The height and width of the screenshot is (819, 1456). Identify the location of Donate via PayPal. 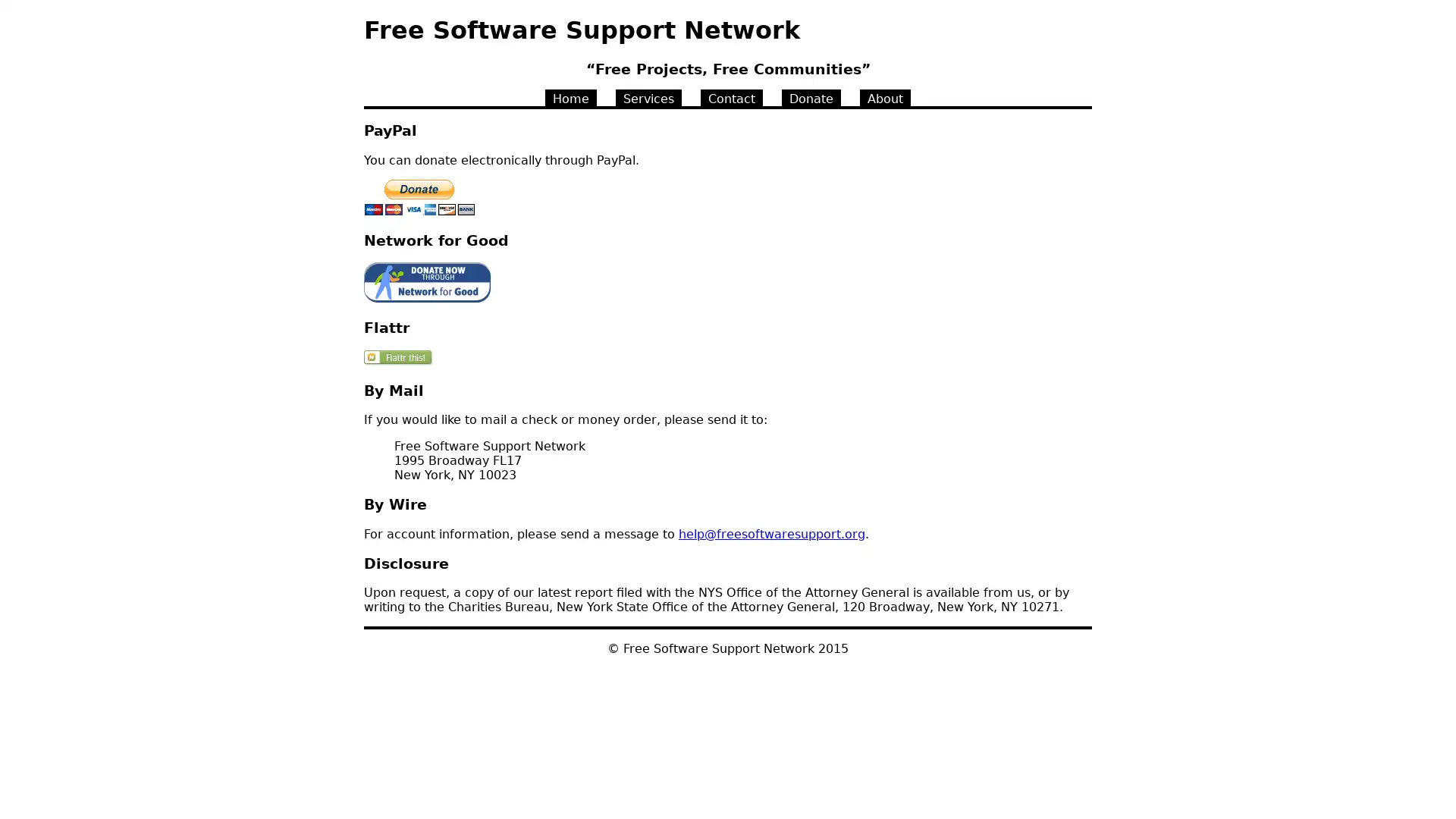
(419, 196).